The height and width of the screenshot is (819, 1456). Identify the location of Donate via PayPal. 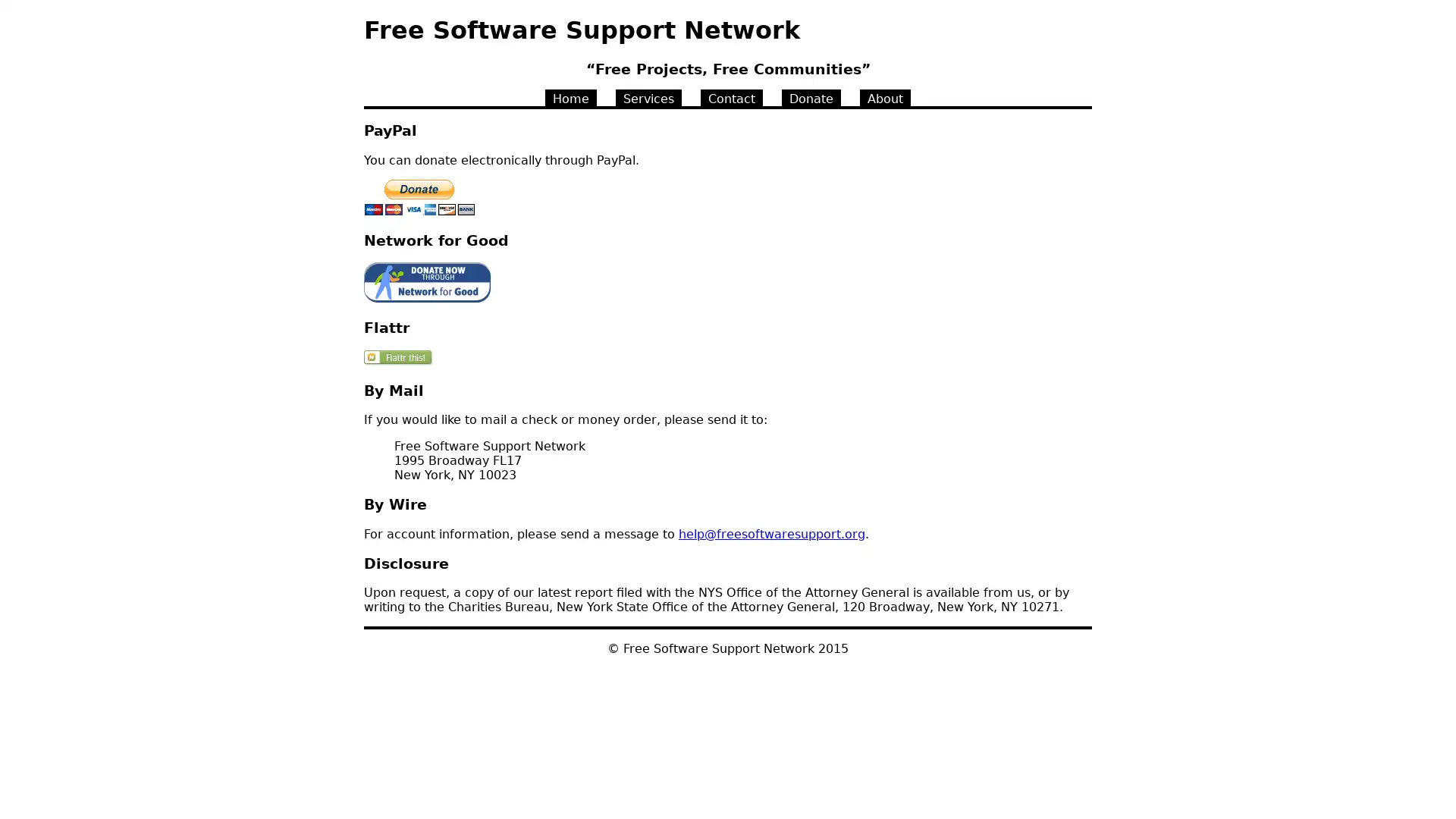
(419, 196).